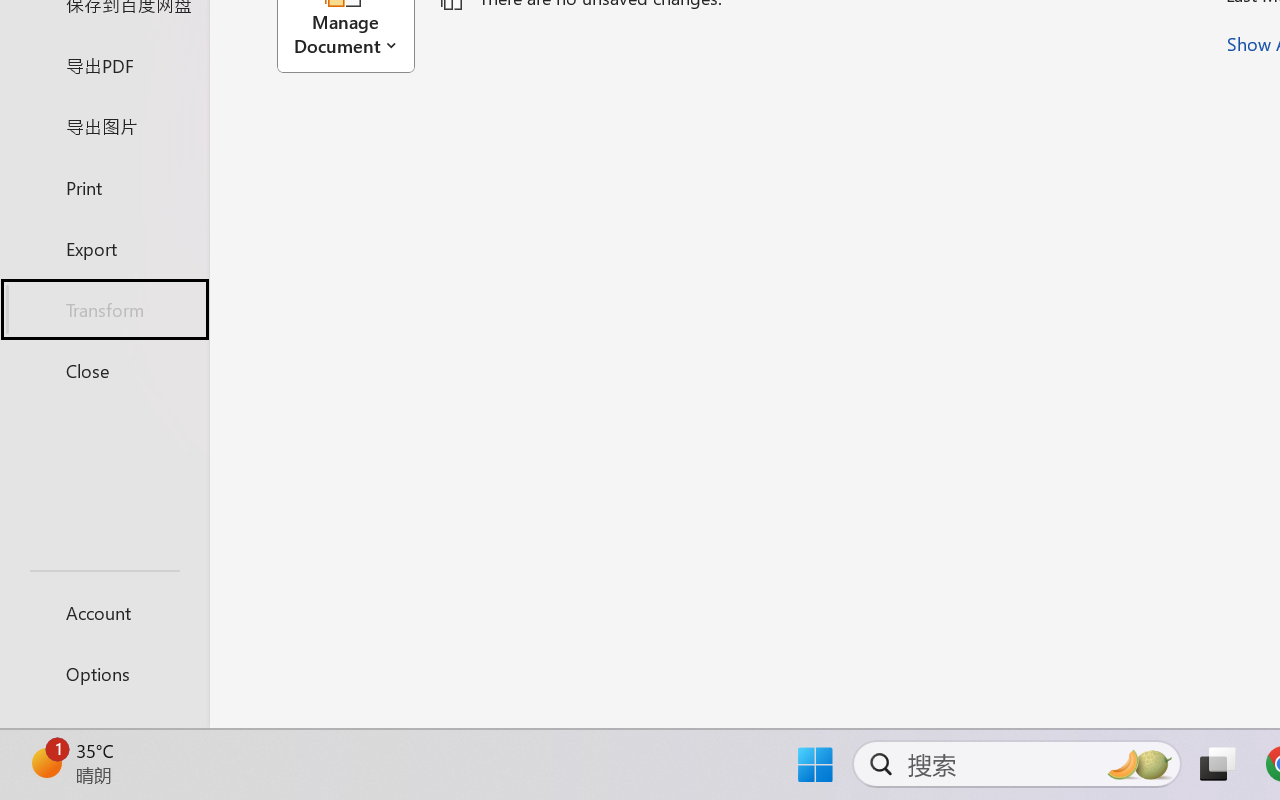 This screenshot has width=1280, height=800. I want to click on 'Account', so click(103, 612).